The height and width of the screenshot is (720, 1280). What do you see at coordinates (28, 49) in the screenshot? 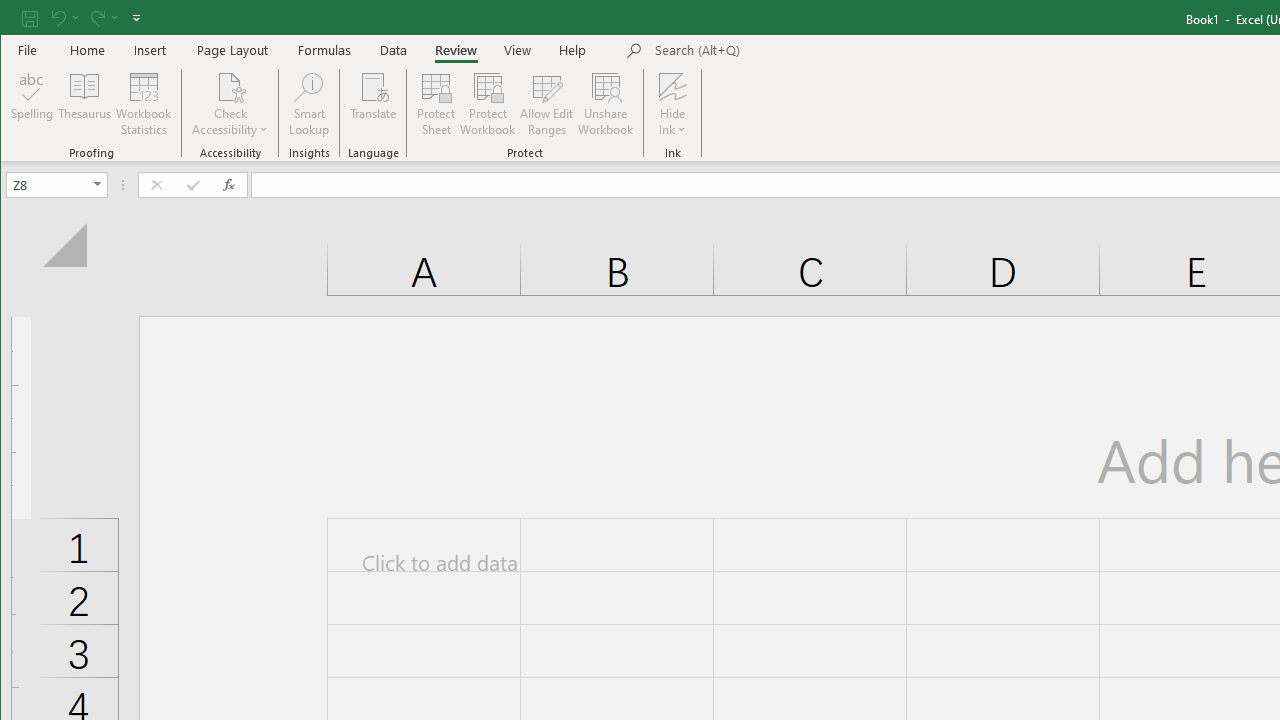
I see `'File Tab'` at bounding box center [28, 49].